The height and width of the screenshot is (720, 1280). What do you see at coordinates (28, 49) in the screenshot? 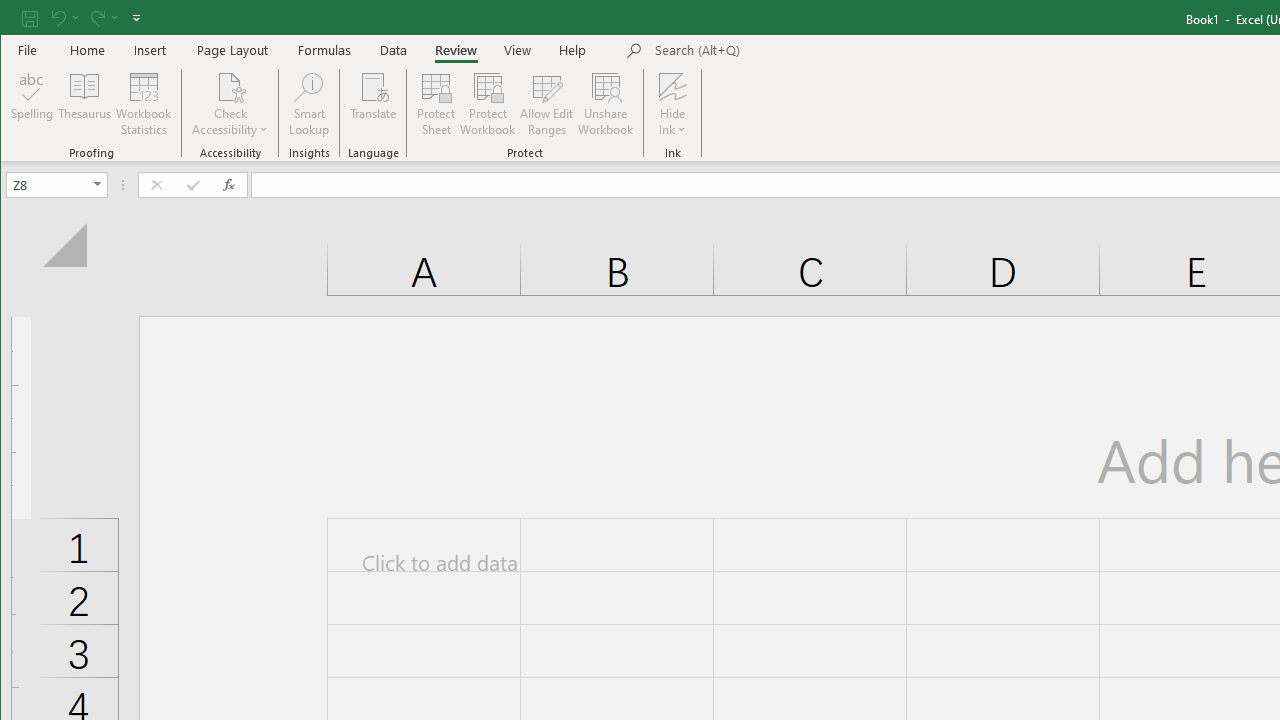
I see `'File Tab'` at bounding box center [28, 49].